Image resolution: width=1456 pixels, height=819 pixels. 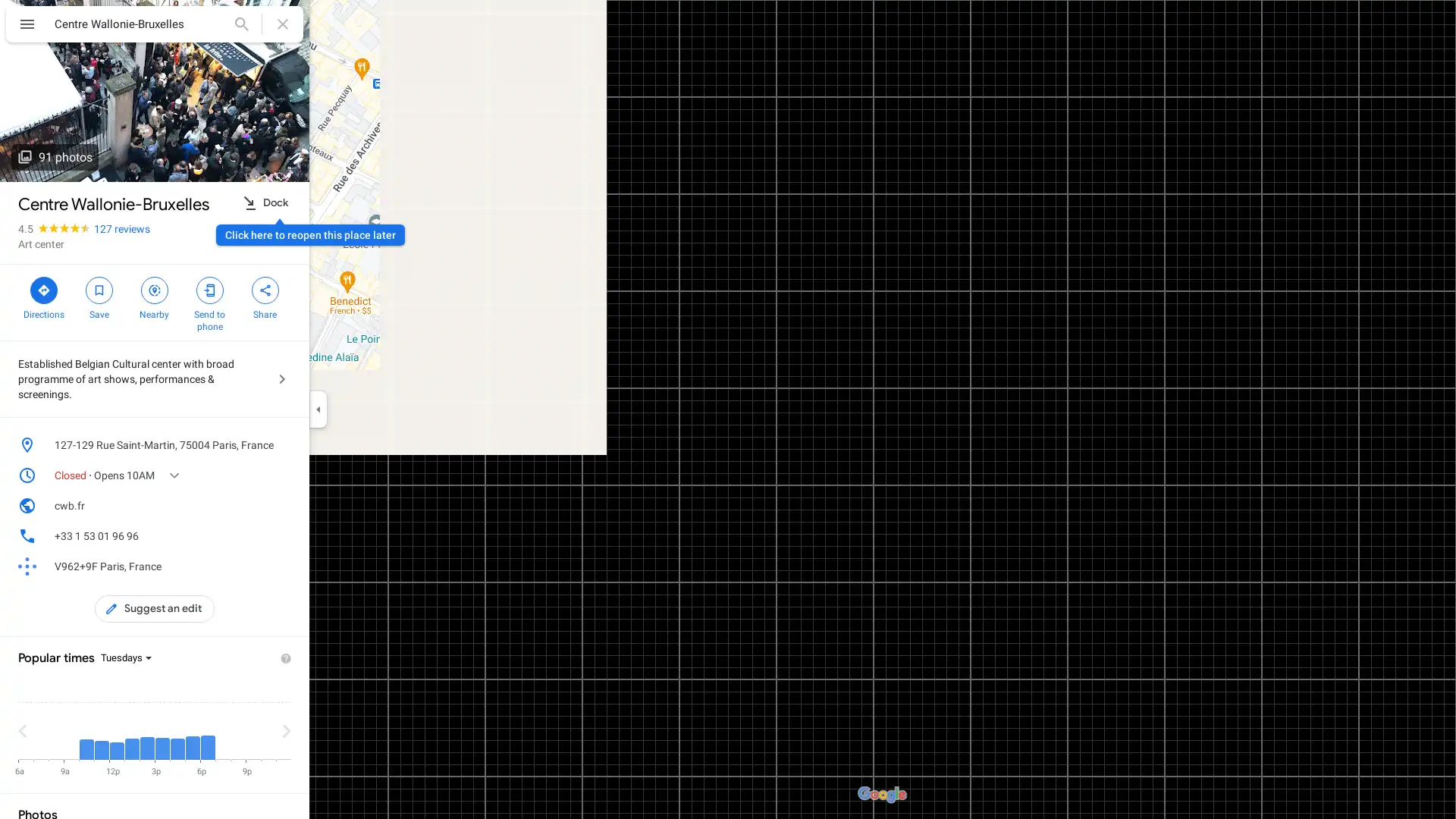 I want to click on 91 photos, so click(x=55, y=157).